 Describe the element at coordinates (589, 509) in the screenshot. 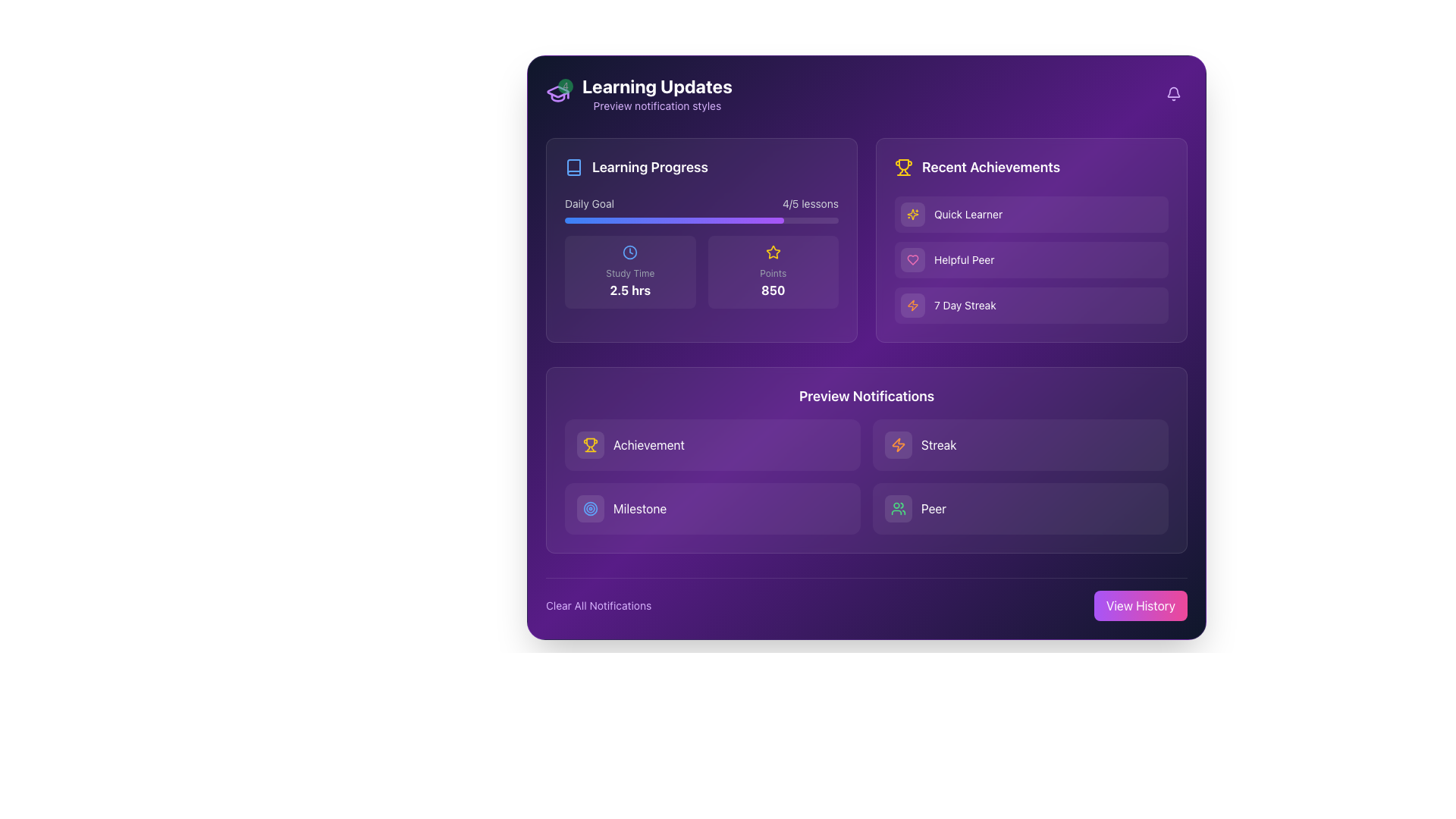

I see `the details of the Target icon, which is a small circular icon with concentric circles in shades of blue, located within the 'Preview Notifications' section next to the label 'Milestone'` at that location.